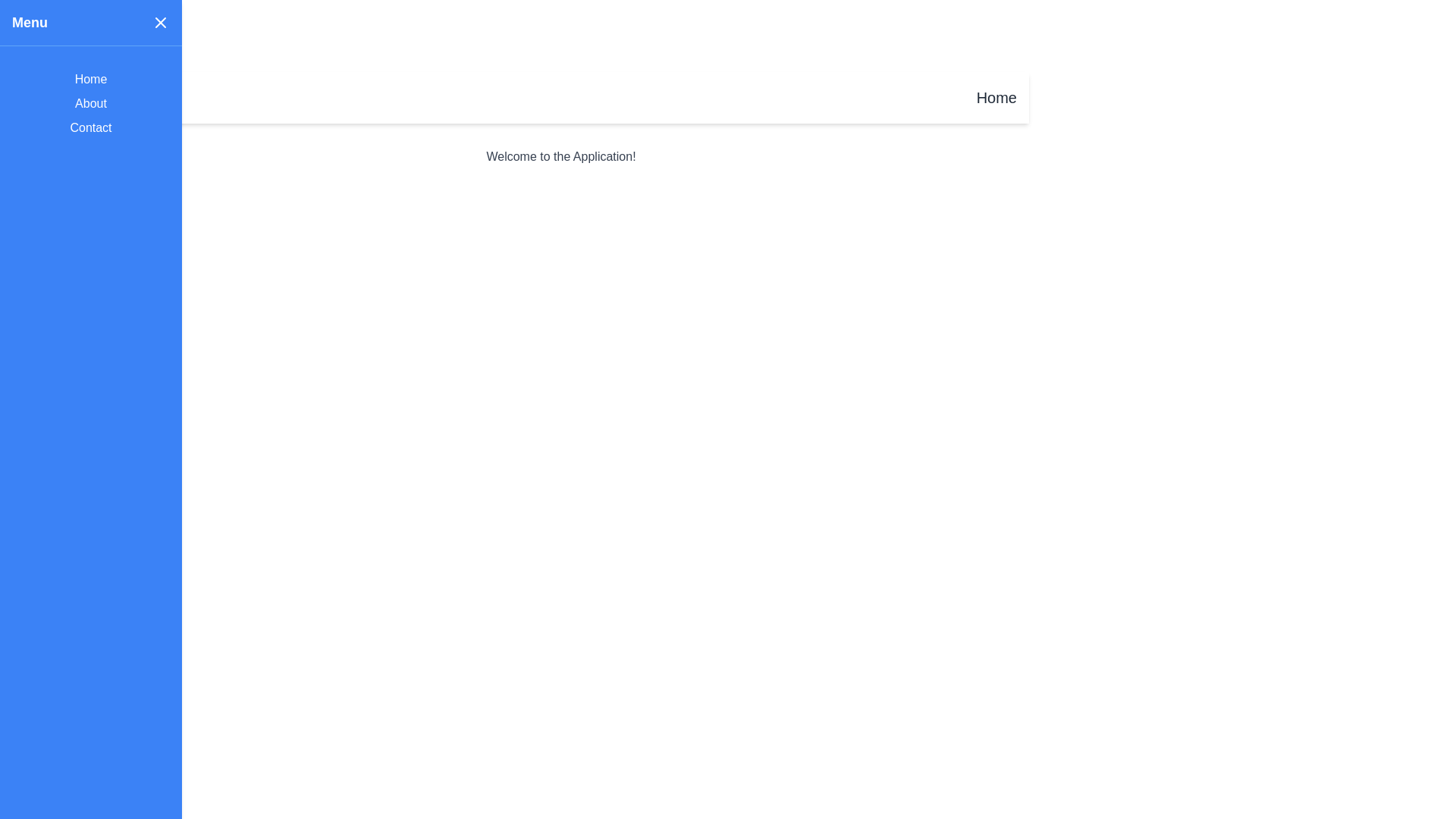 Image resolution: width=1456 pixels, height=819 pixels. Describe the element at coordinates (560, 157) in the screenshot. I see `the text element displaying 'Welcome to the Application!' which is styled with a light gray font and located near the top-center of the interface, below the main navigation menu bar` at that location.